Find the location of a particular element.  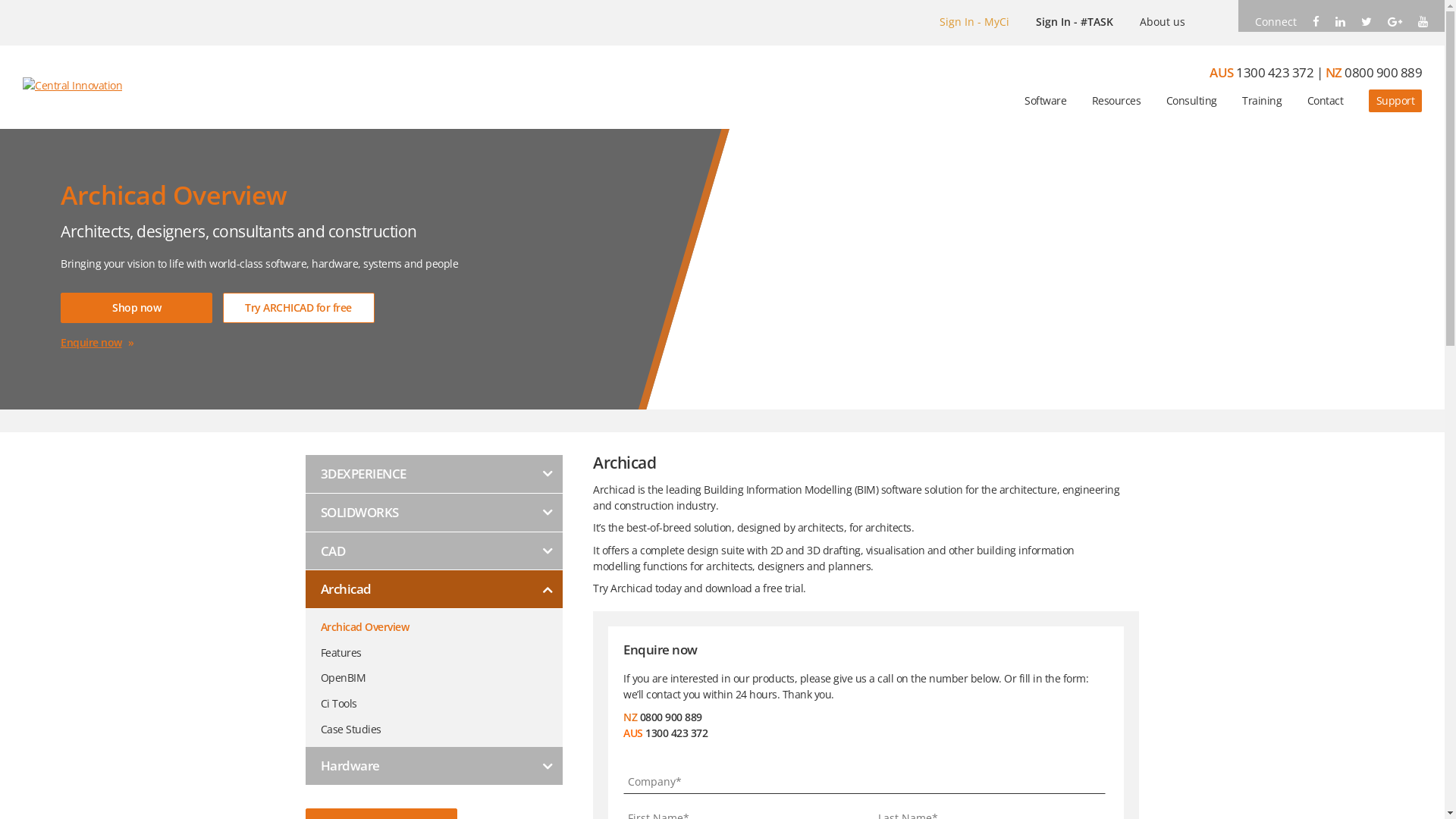

'Resources' is located at coordinates (1092, 100).